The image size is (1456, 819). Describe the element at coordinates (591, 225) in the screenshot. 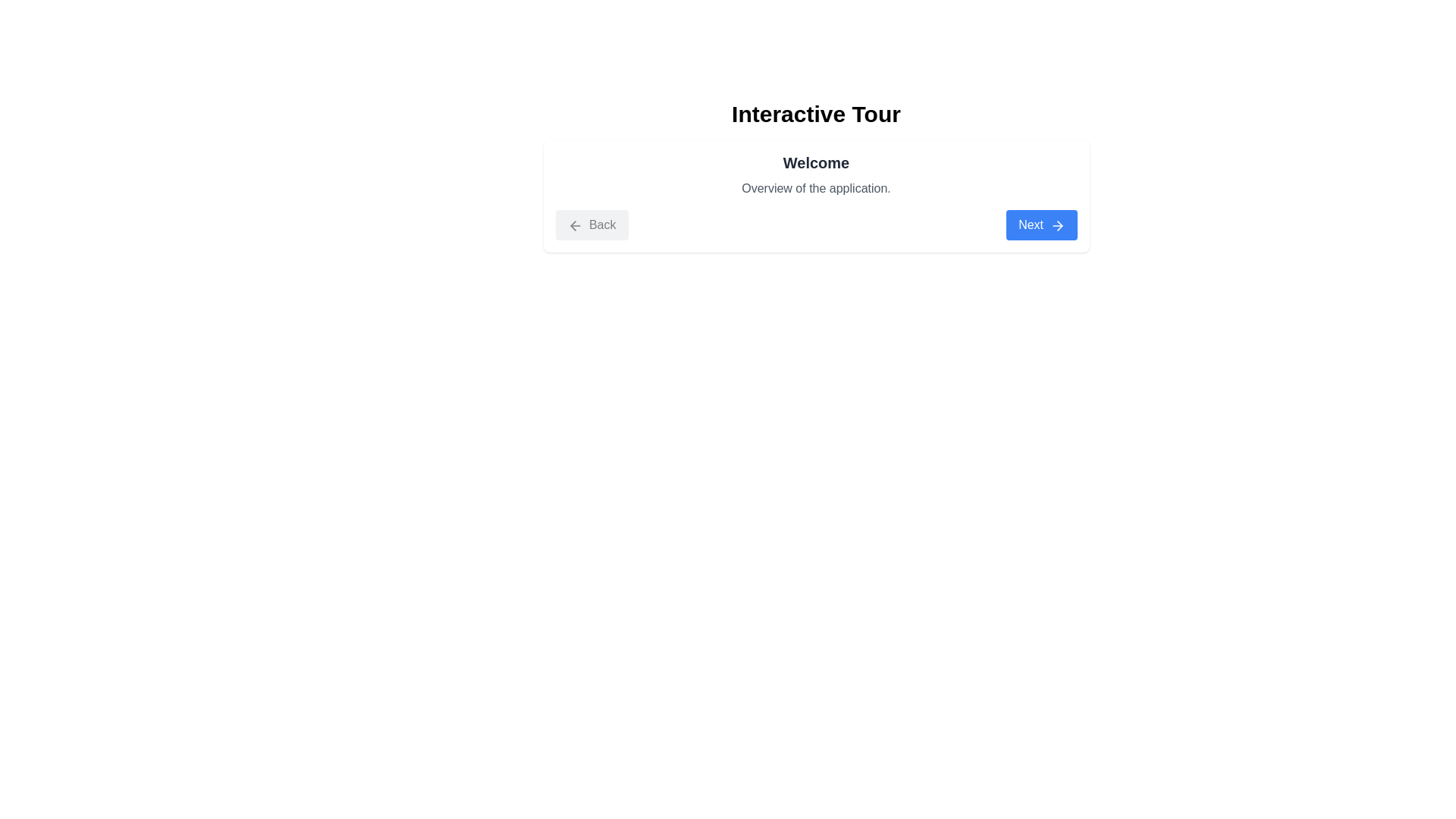

I see `the 'Back' button which features a leftward arrow icon and a gray background, located to the left of the 'Next' button near the top center of the interface` at that location.